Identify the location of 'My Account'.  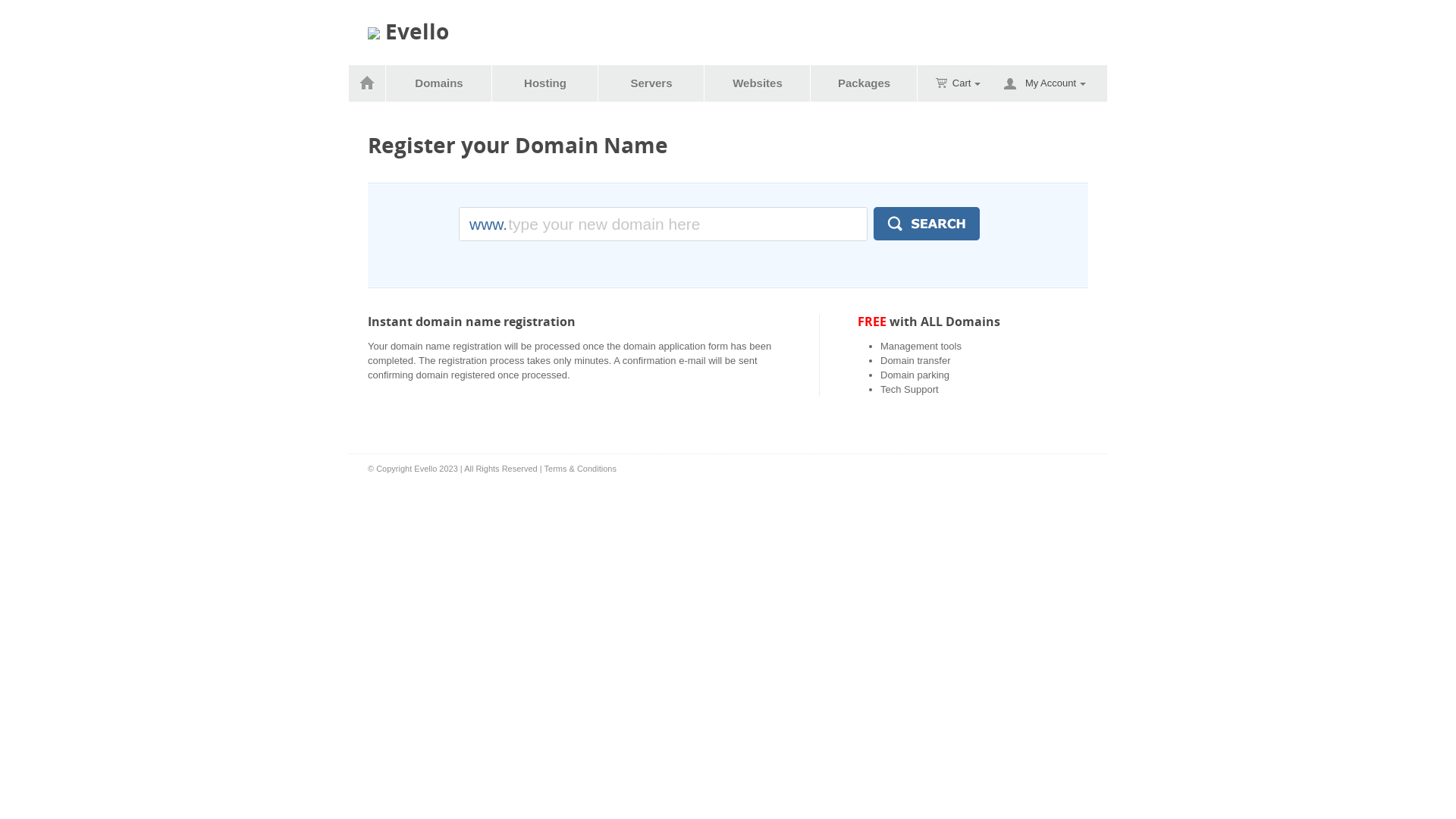
(1055, 83).